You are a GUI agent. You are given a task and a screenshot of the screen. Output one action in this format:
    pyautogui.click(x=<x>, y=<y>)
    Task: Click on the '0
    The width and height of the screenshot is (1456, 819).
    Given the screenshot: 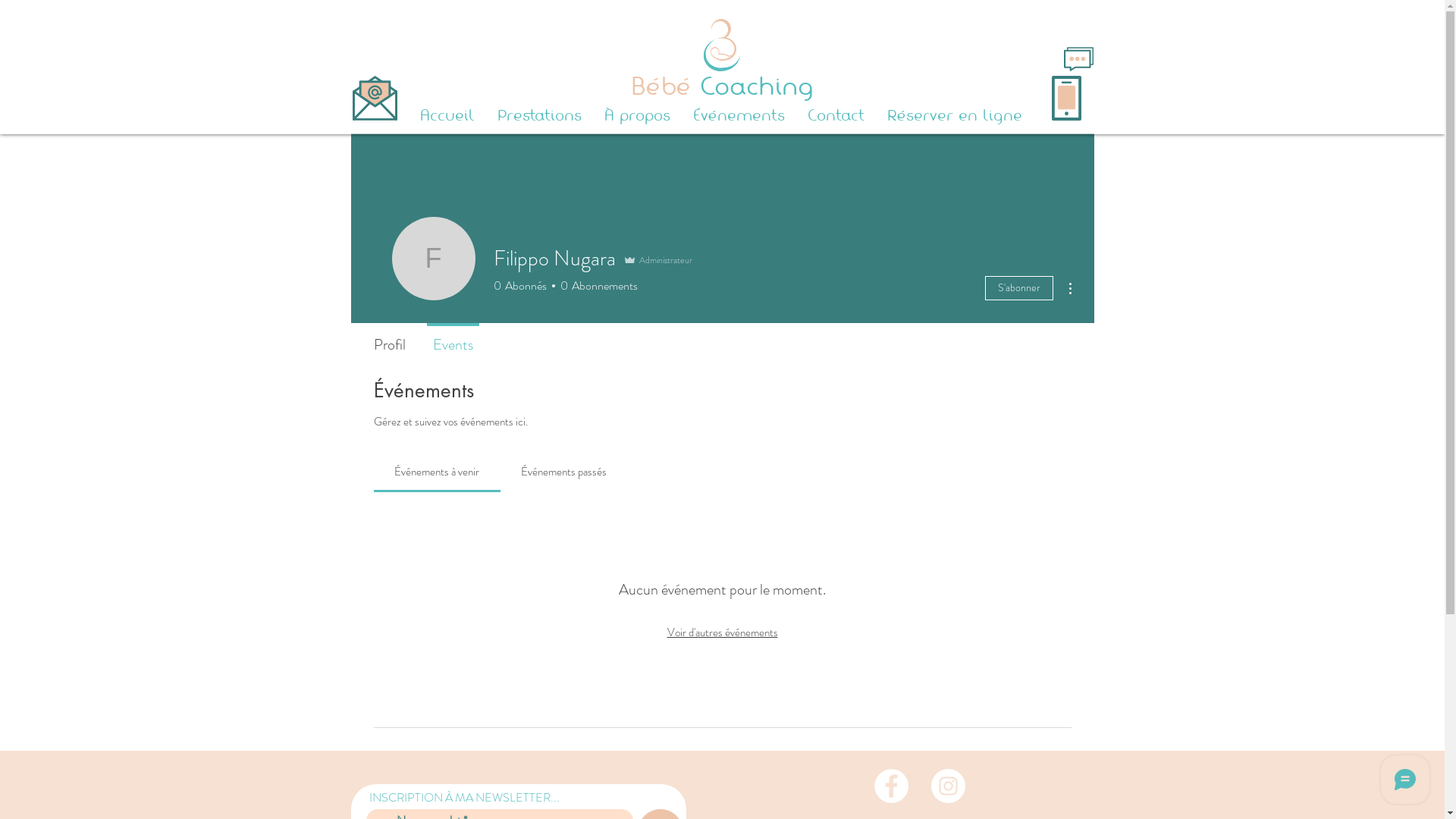 What is the action you would take?
    pyautogui.click(x=554, y=286)
    